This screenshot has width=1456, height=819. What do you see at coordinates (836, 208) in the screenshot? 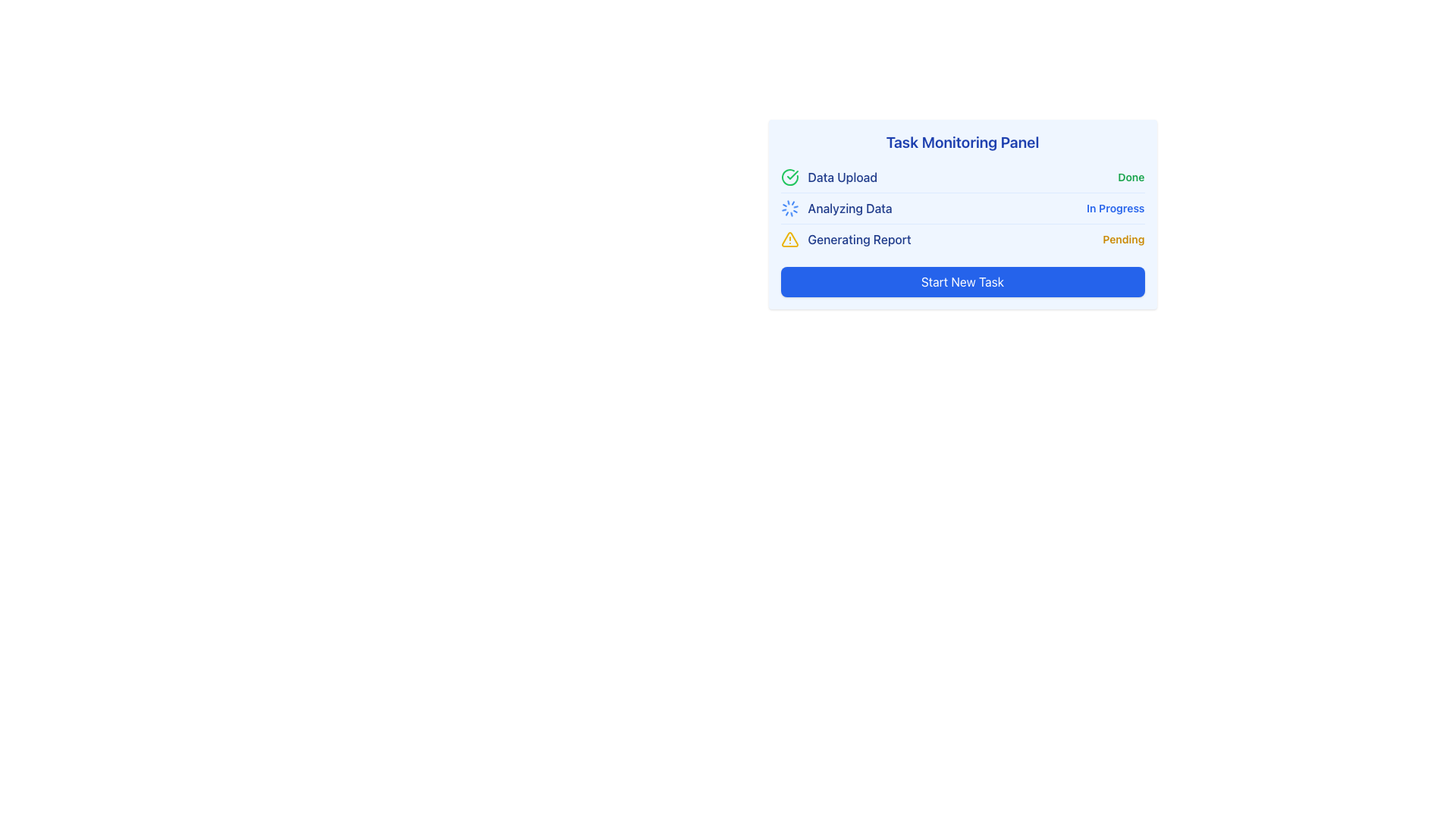
I see `the 'Analyzing Data' progress indicator label within the 'Task Monitoring Panel', which is the second item in the list of task progress indicators` at bounding box center [836, 208].